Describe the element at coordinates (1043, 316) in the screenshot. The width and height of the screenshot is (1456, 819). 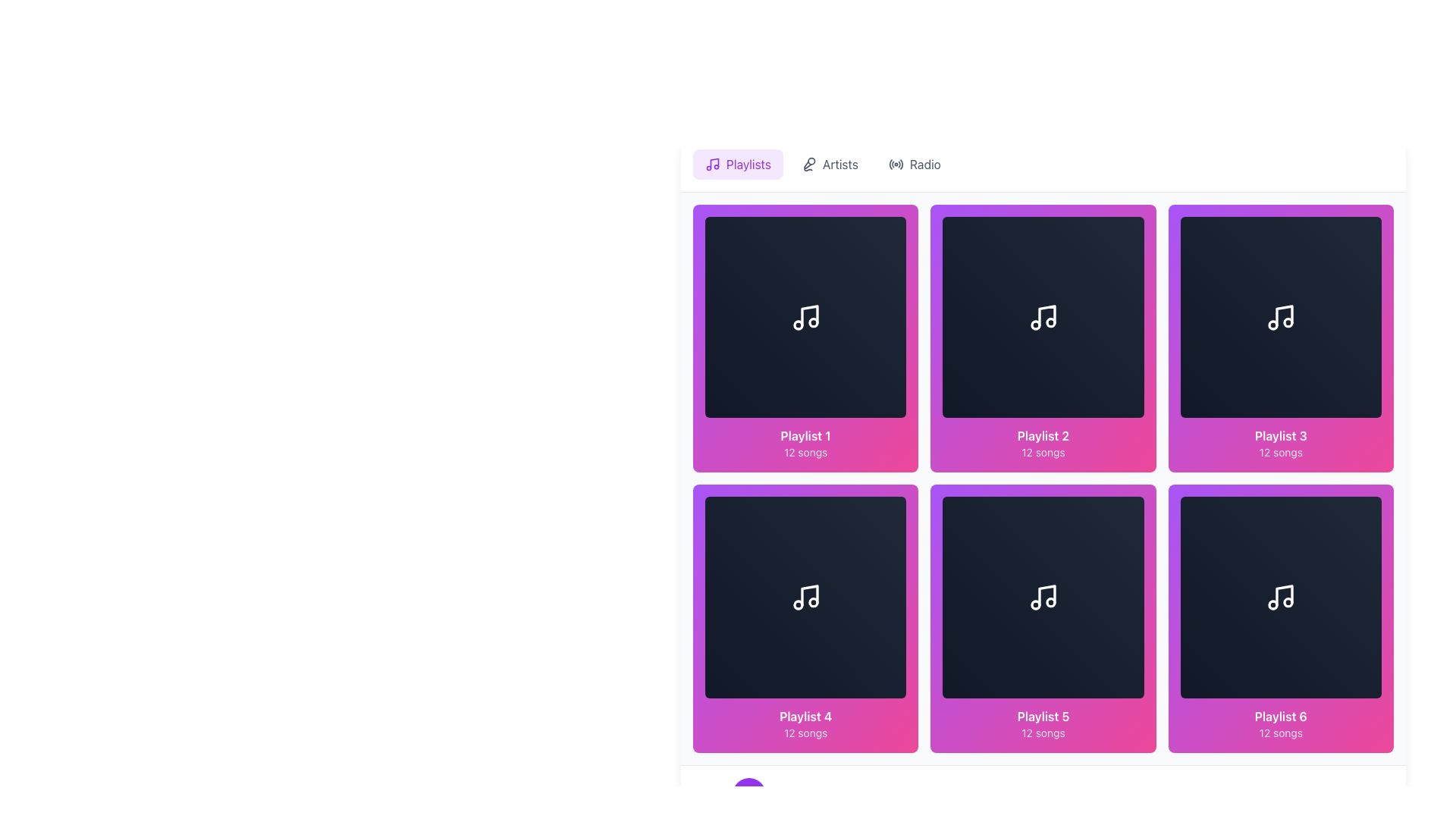
I see `the white musical note icon located in the second tile of the top row in a grid layout` at that location.